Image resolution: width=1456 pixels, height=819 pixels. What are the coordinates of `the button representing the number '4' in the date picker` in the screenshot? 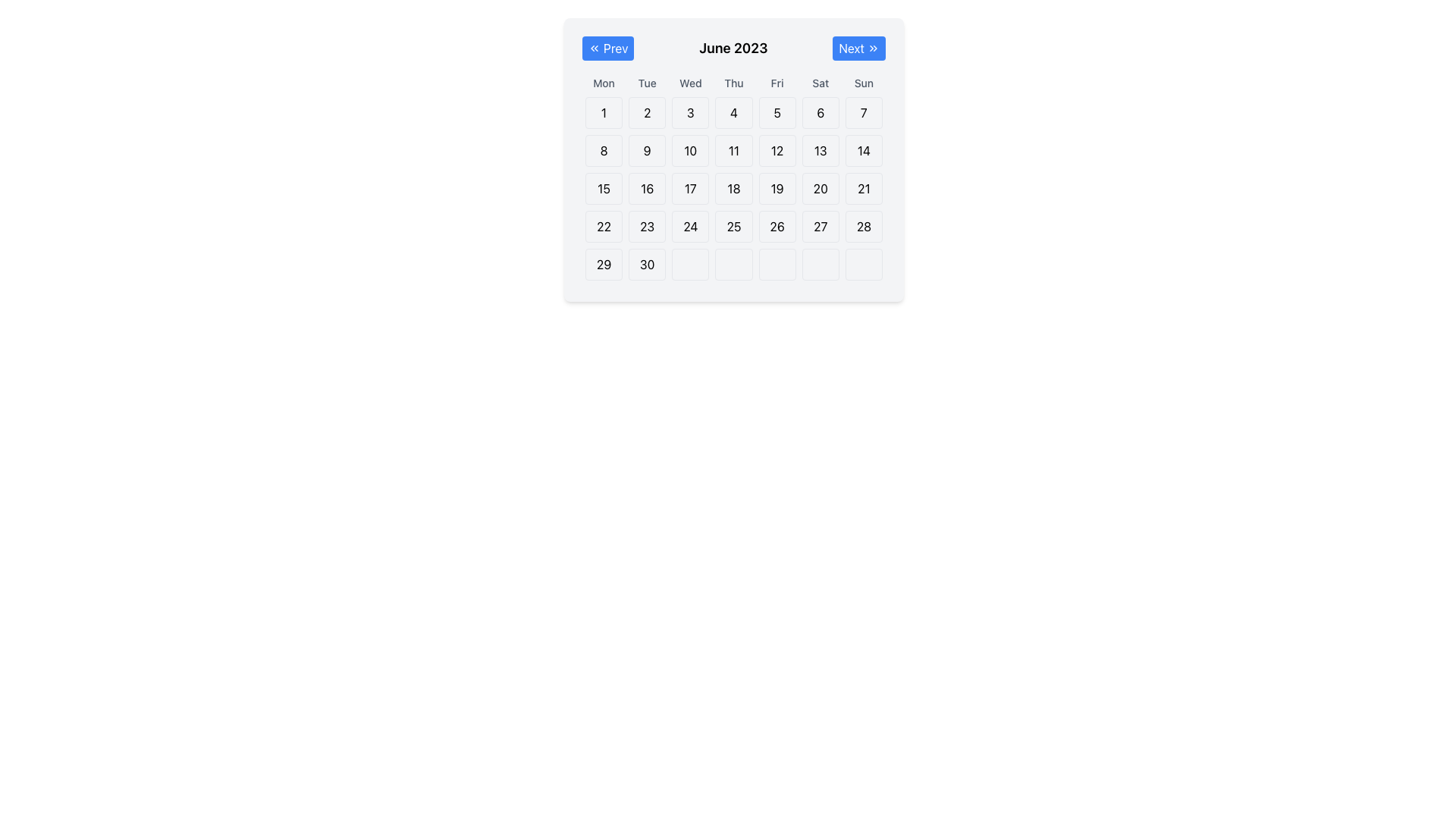 It's located at (734, 112).